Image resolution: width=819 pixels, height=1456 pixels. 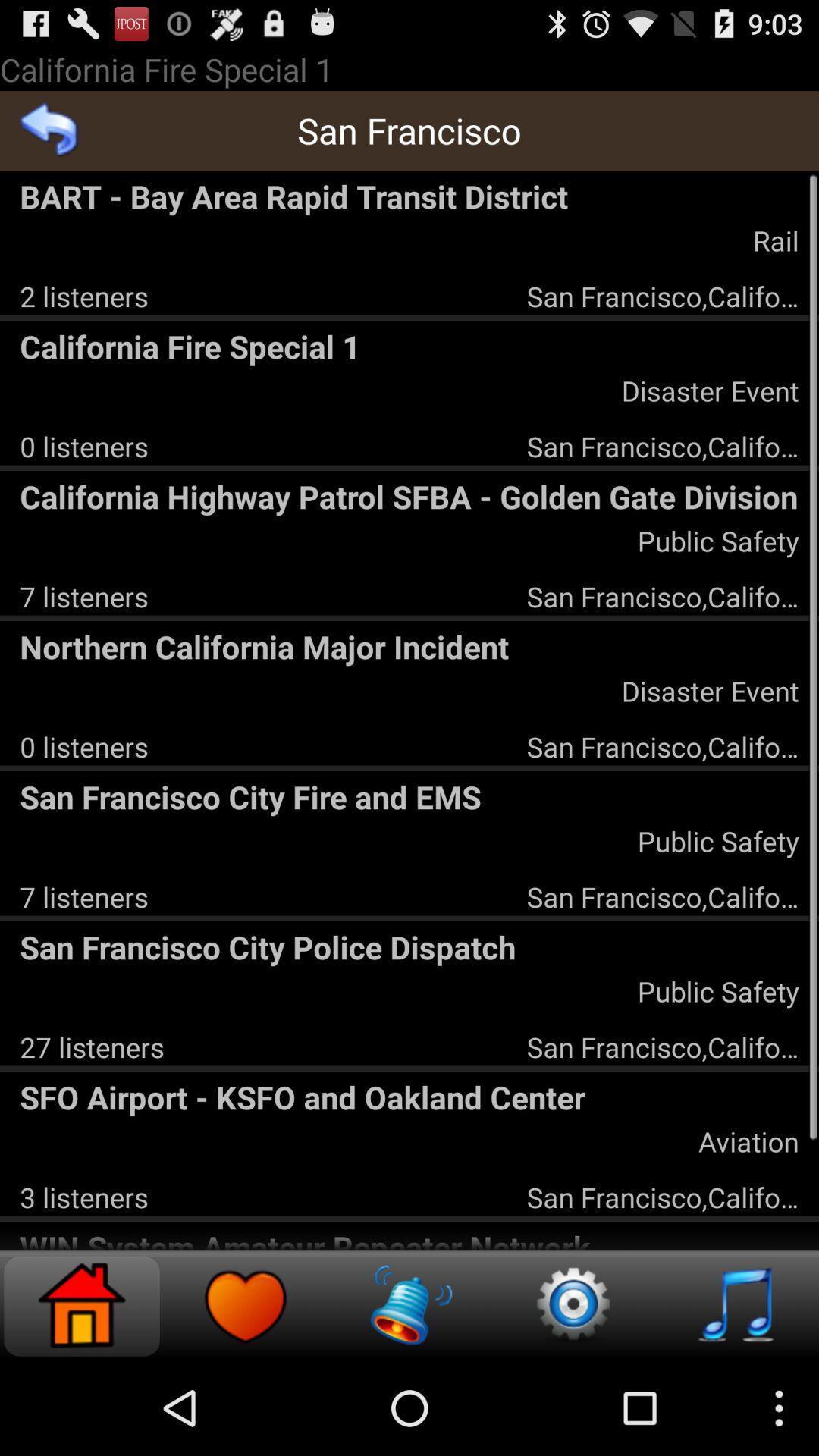 What do you see at coordinates (84, 296) in the screenshot?
I see `the app next to san francisco,california icon` at bounding box center [84, 296].